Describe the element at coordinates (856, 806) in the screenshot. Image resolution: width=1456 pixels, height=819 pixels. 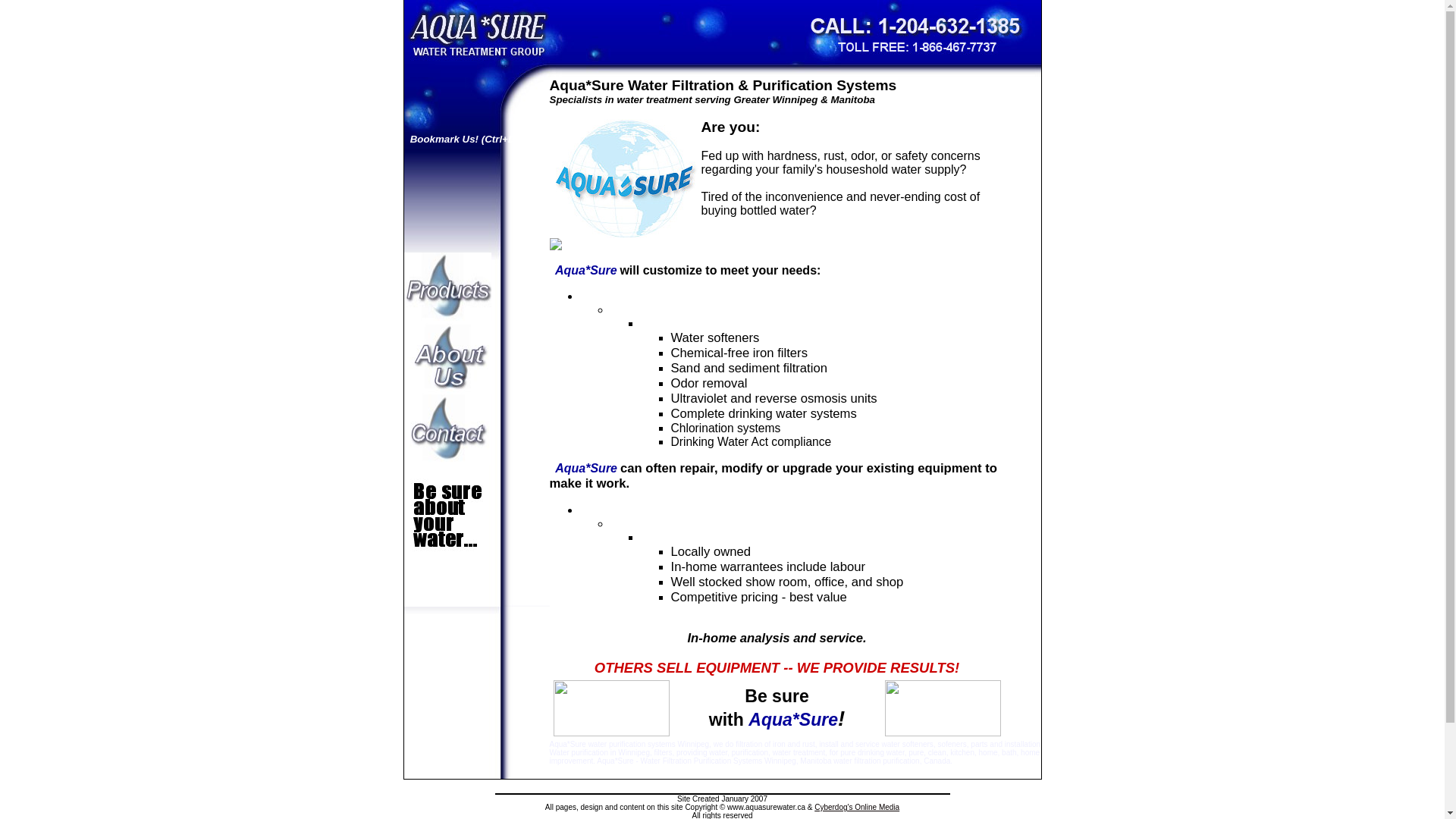
I see `'Cyberdog's Online Media'` at that location.